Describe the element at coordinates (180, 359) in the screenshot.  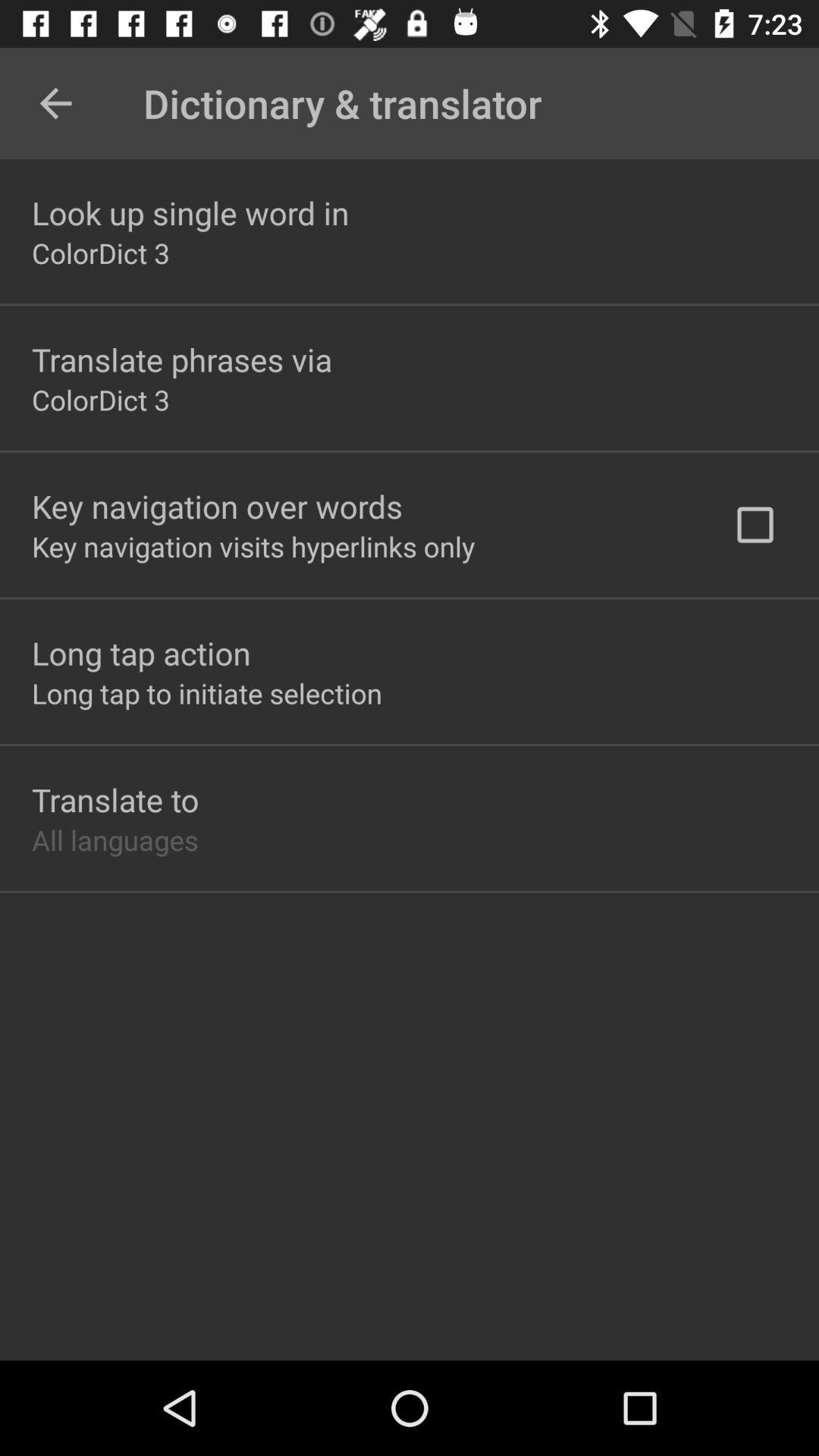
I see `translate phrases via` at that location.